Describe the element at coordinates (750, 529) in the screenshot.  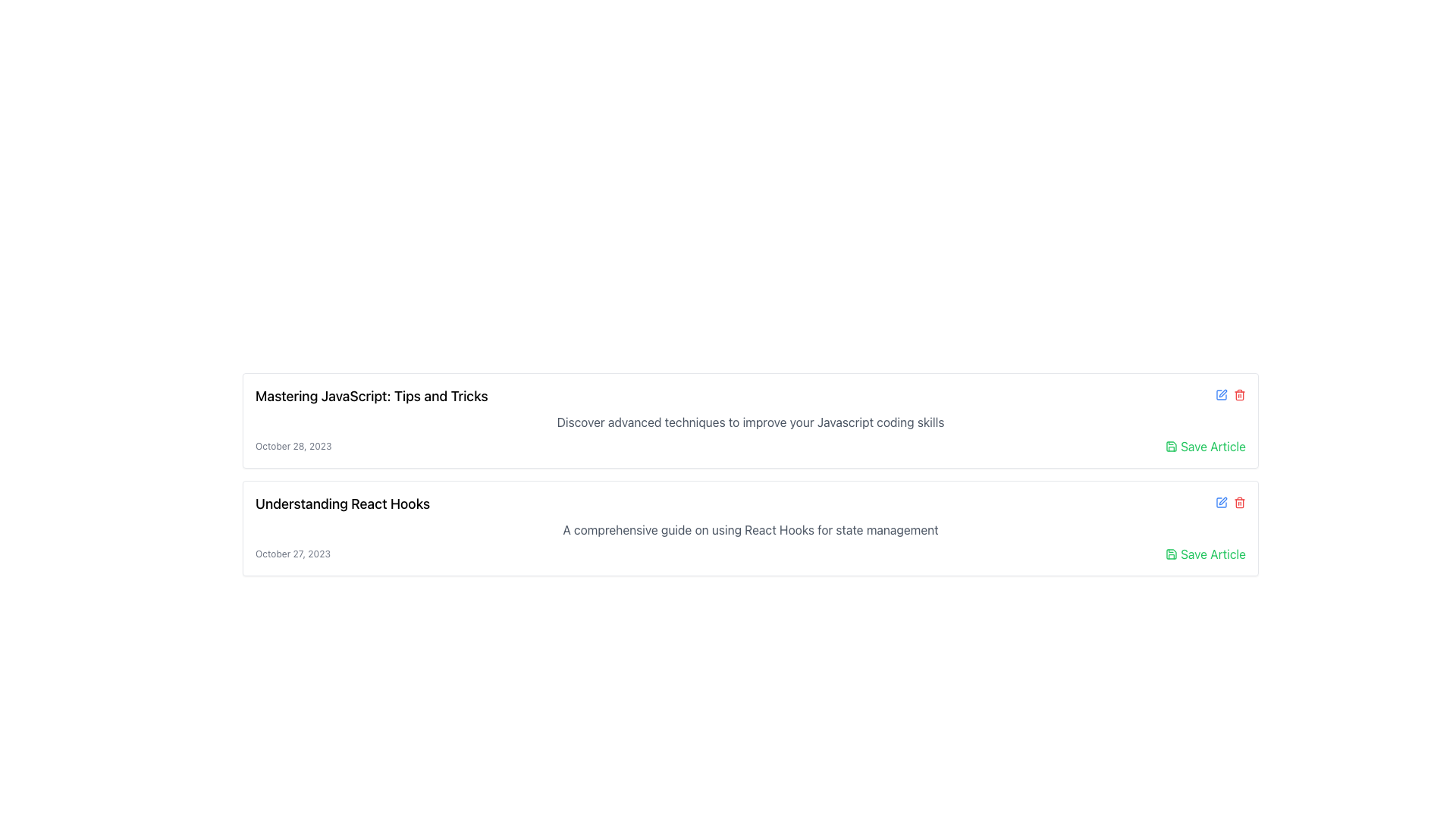
I see `description text located within the main content display section of the 'Understanding React Hooks' card module, specifically the second visible text component` at that location.